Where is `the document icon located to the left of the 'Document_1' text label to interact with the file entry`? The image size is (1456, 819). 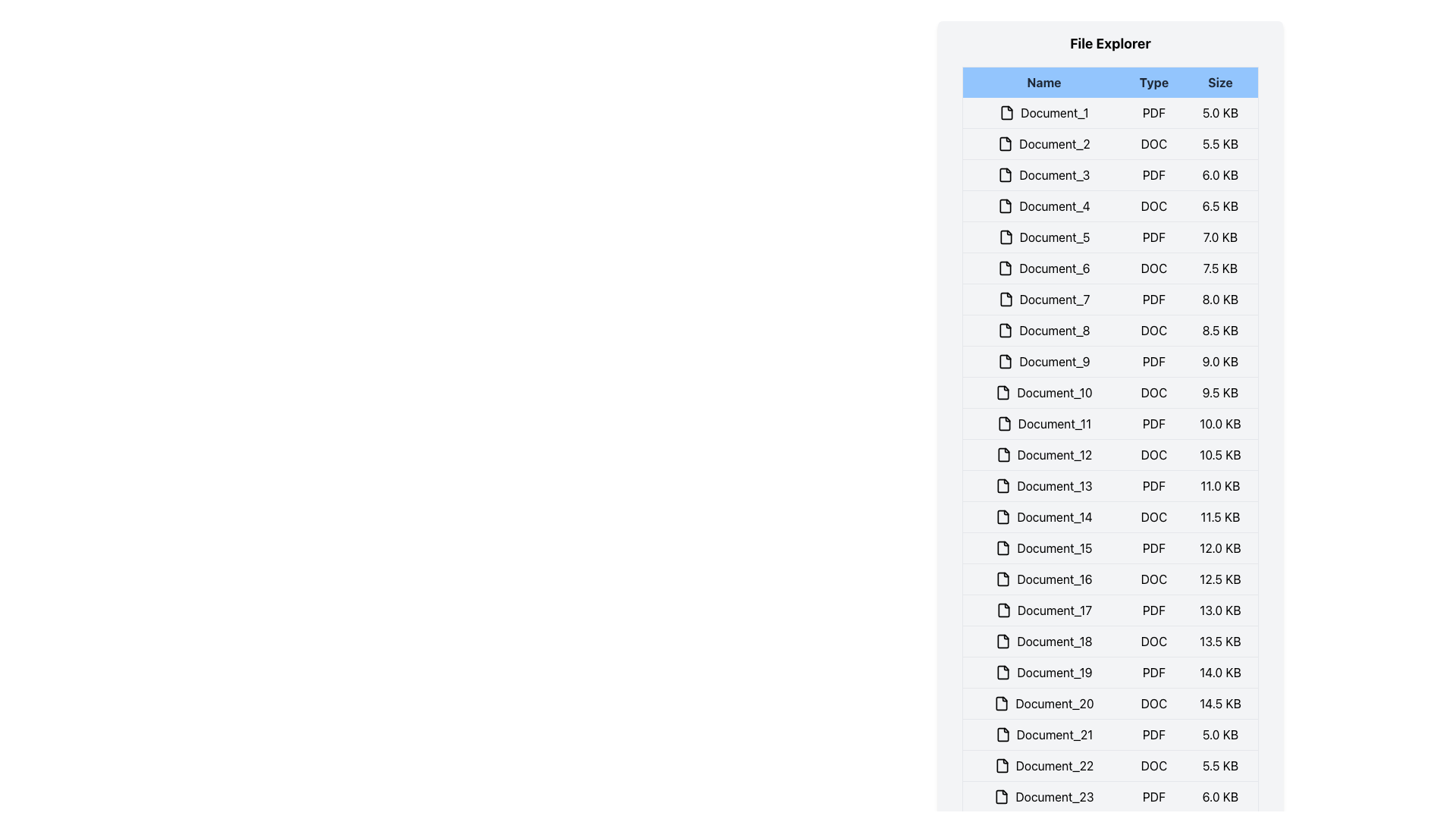 the document icon located to the left of the 'Document_1' text label to interact with the file entry is located at coordinates (1007, 112).